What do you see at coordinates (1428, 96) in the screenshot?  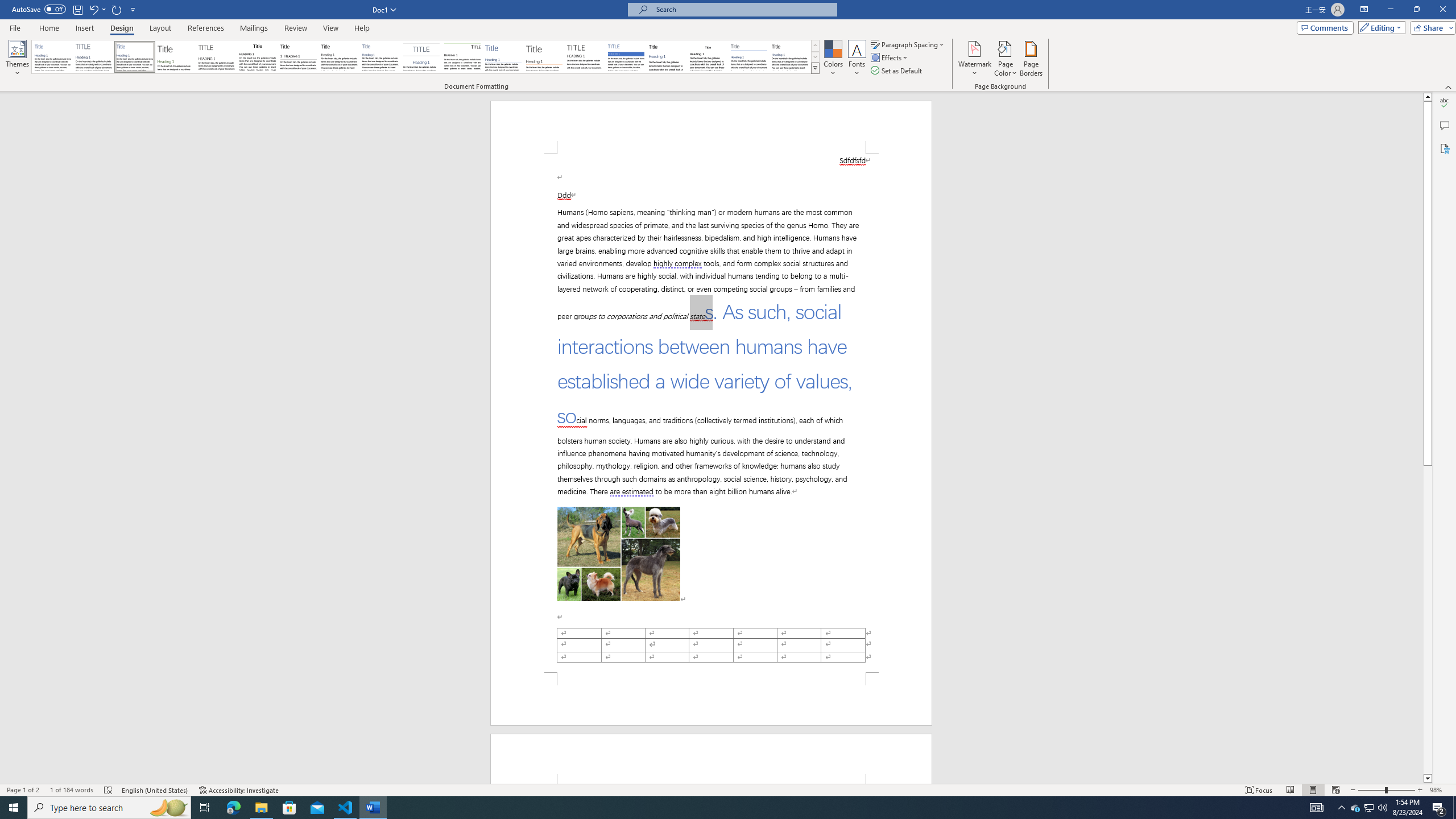 I see `'Line up'` at bounding box center [1428, 96].